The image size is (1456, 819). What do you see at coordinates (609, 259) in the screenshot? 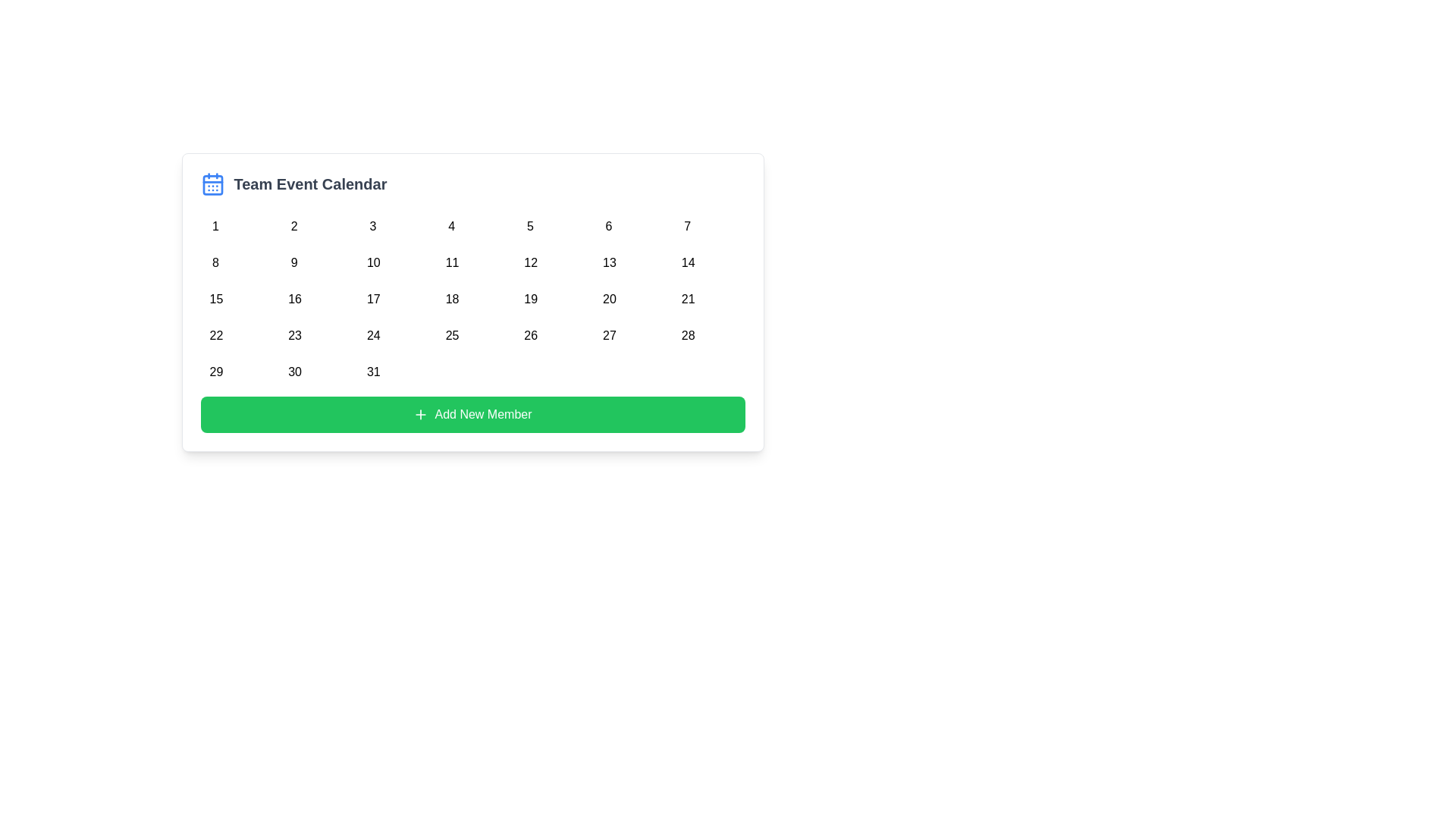
I see `the square-shaped button displaying the number '13' centered inside, located in the second row, sixth column of the calendar layout` at bounding box center [609, 259].